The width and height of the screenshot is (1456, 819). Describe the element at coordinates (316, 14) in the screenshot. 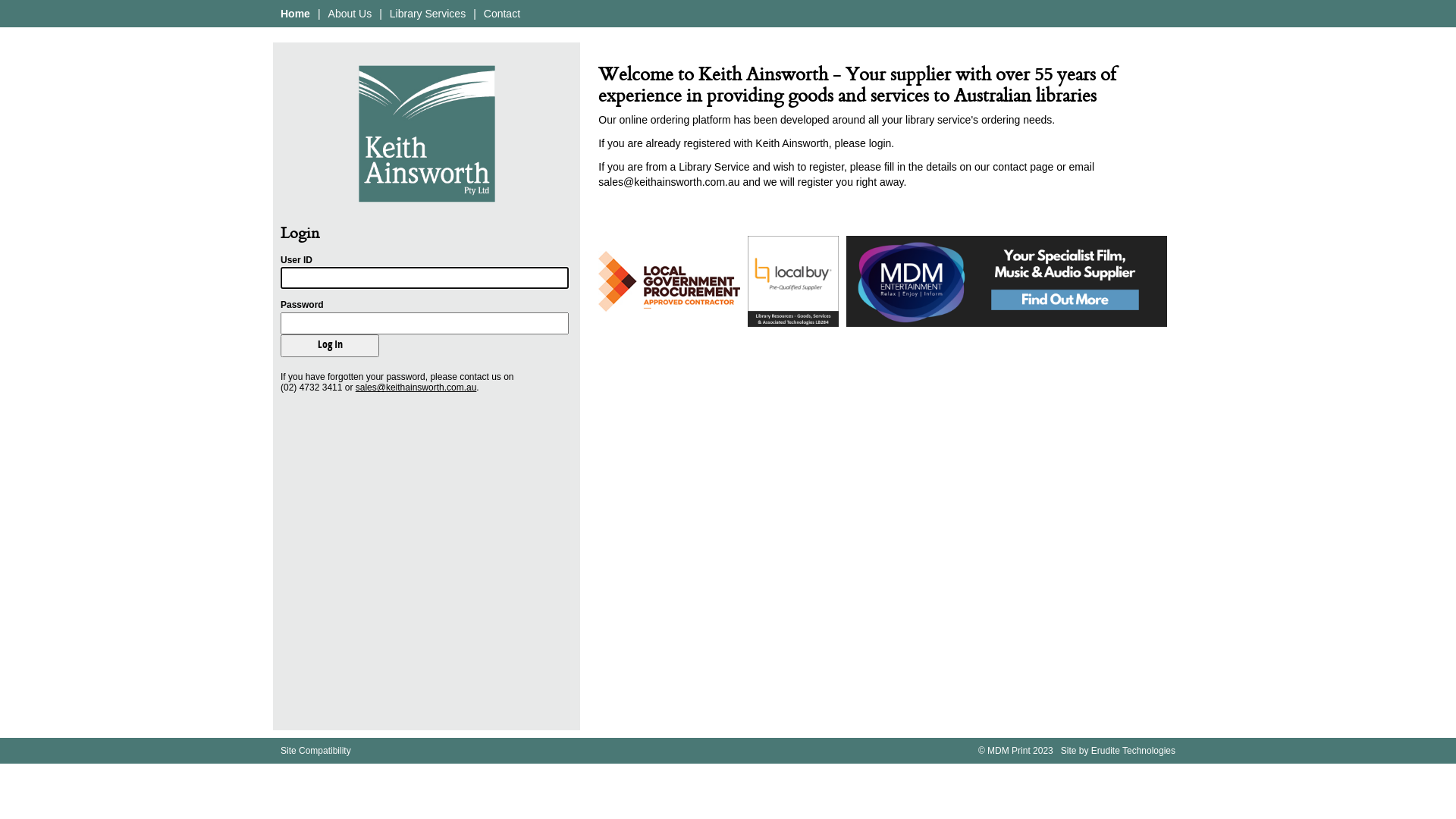

I see `'|'` at that location.